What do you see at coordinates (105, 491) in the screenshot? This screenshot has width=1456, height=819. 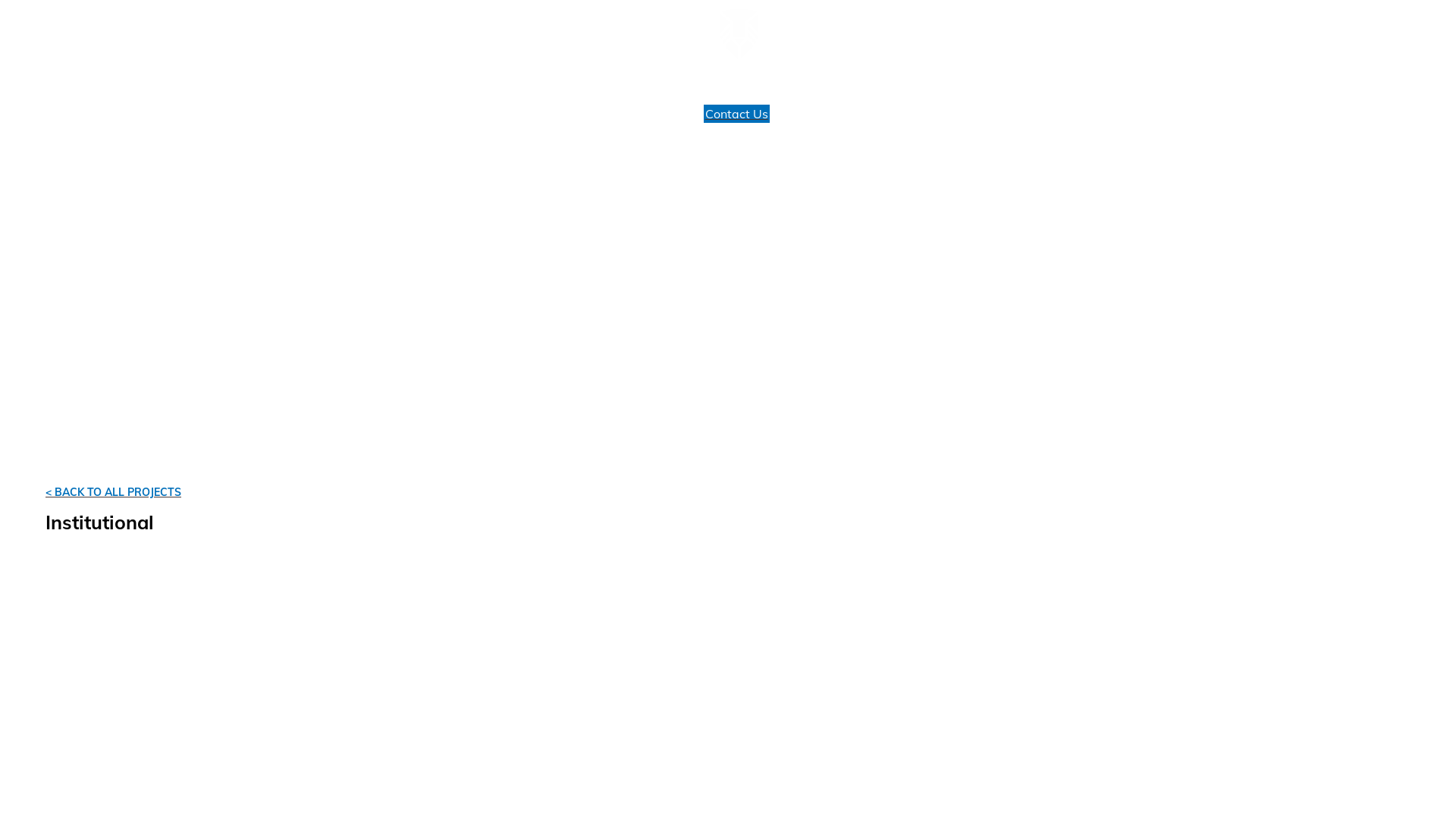 I see `'< BACK TO ALL PROJECTS'` at bounding box center [105, 491].